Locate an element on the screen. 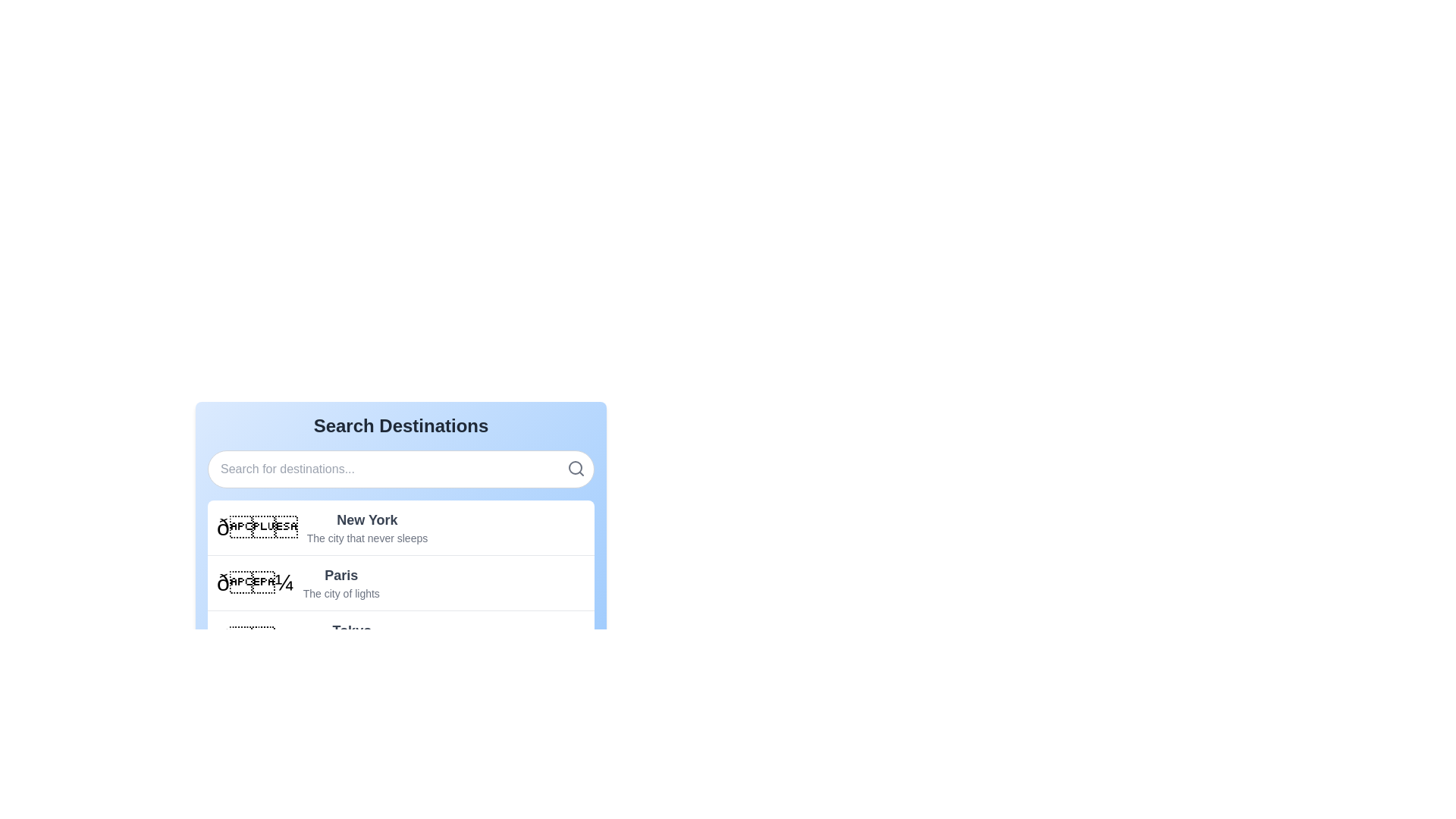 The height and width of the screenshot is (819, 1456). the text label reading 'New York', which is styled with a bold font and dark gray color, positioned at the top-left of a vertically stacked list of options is located at coordinates (367, 519).